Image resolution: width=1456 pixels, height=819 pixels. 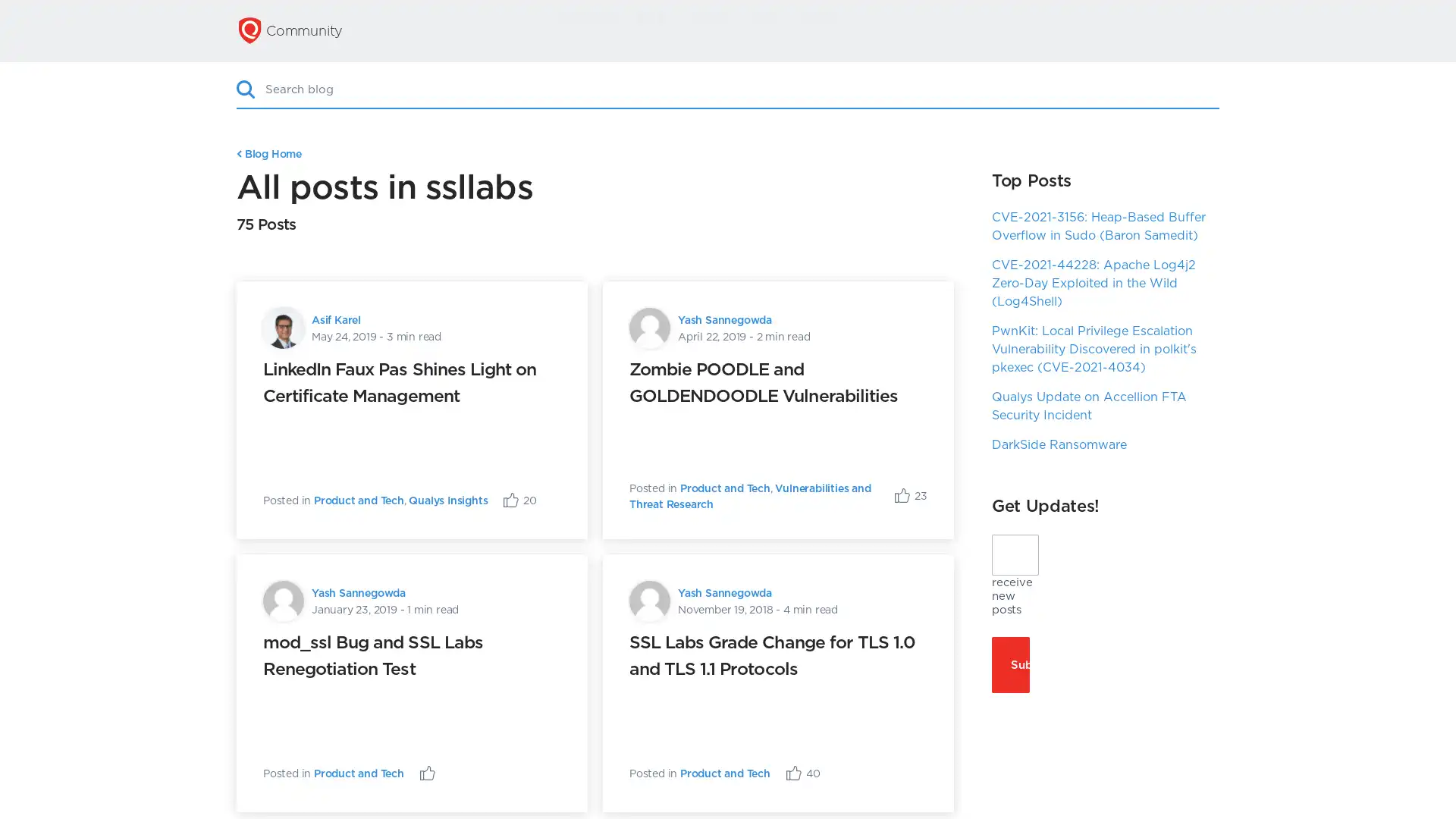 I want to click on Subscribe, so click(x=1011, y=664).